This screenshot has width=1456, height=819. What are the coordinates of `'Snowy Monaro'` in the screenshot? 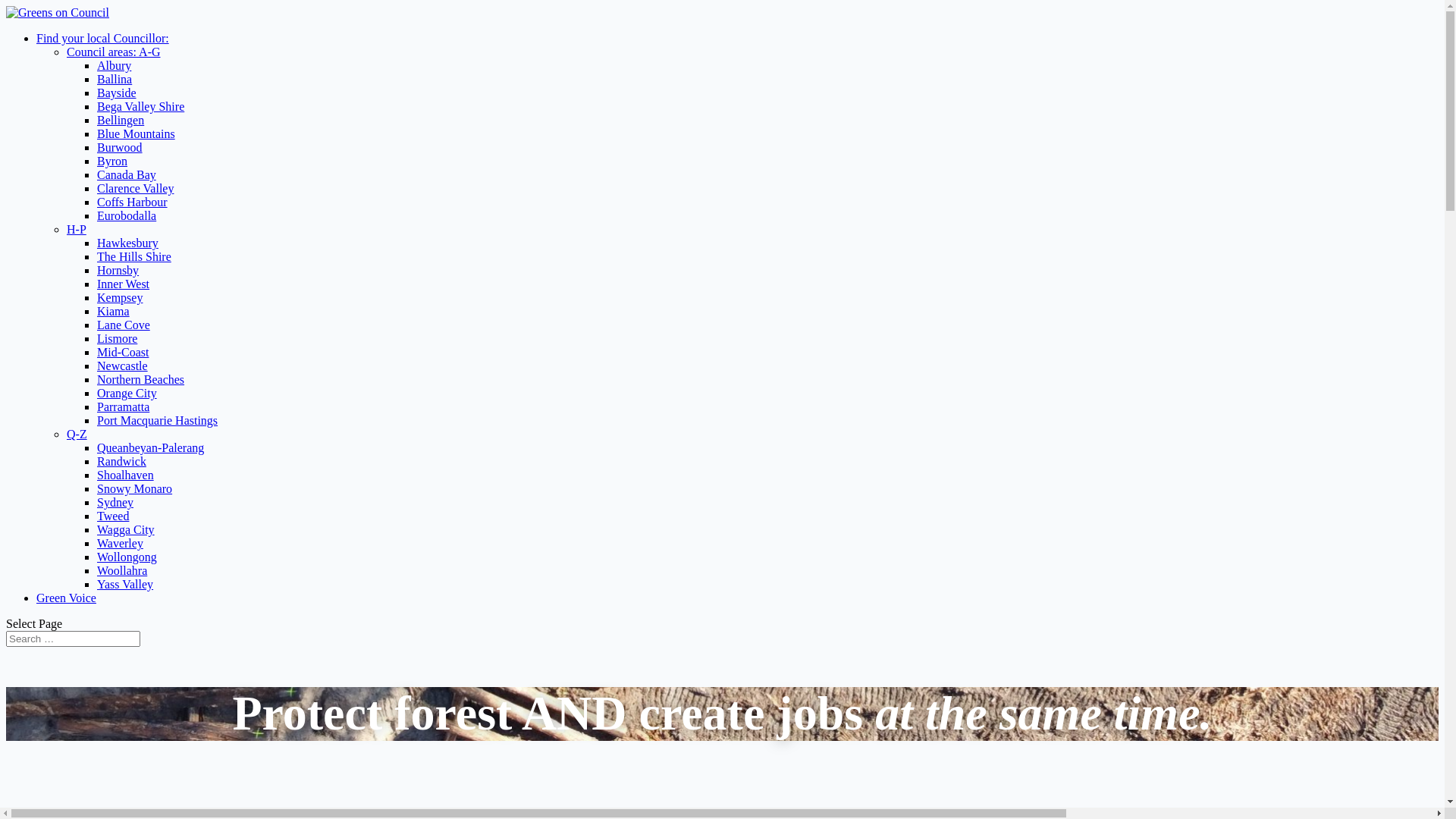 It's located at (134, 488).